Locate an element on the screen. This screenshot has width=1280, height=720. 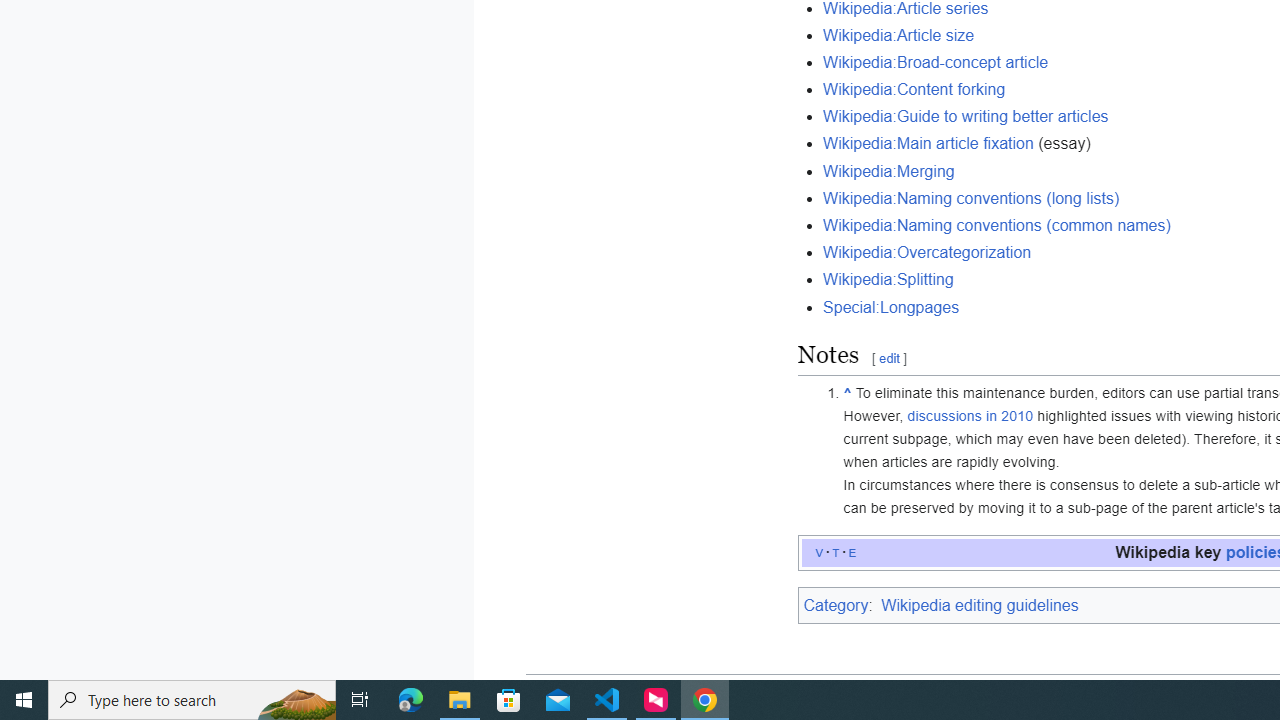
'e' is located at coordinates (852, 552).